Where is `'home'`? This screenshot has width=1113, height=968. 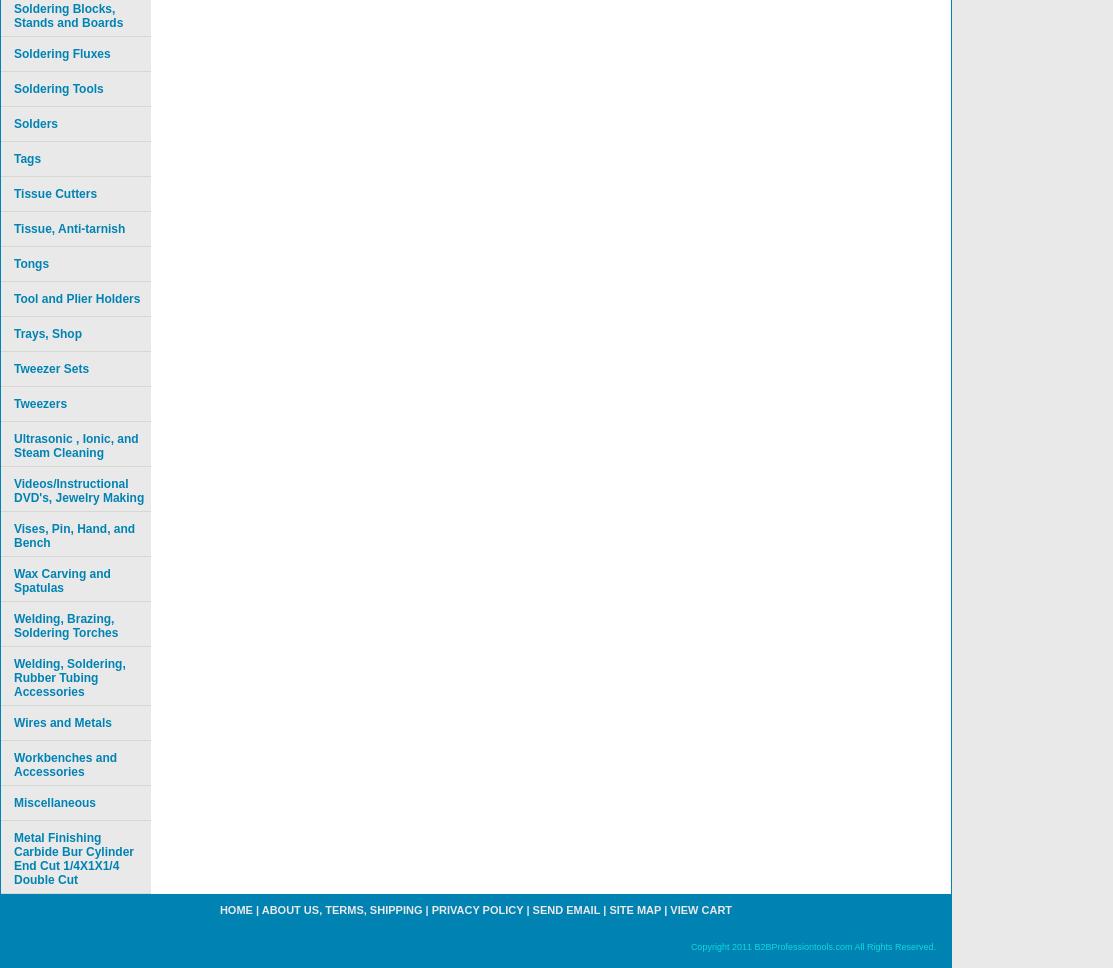
'home' is located at coordinates (235, 910).